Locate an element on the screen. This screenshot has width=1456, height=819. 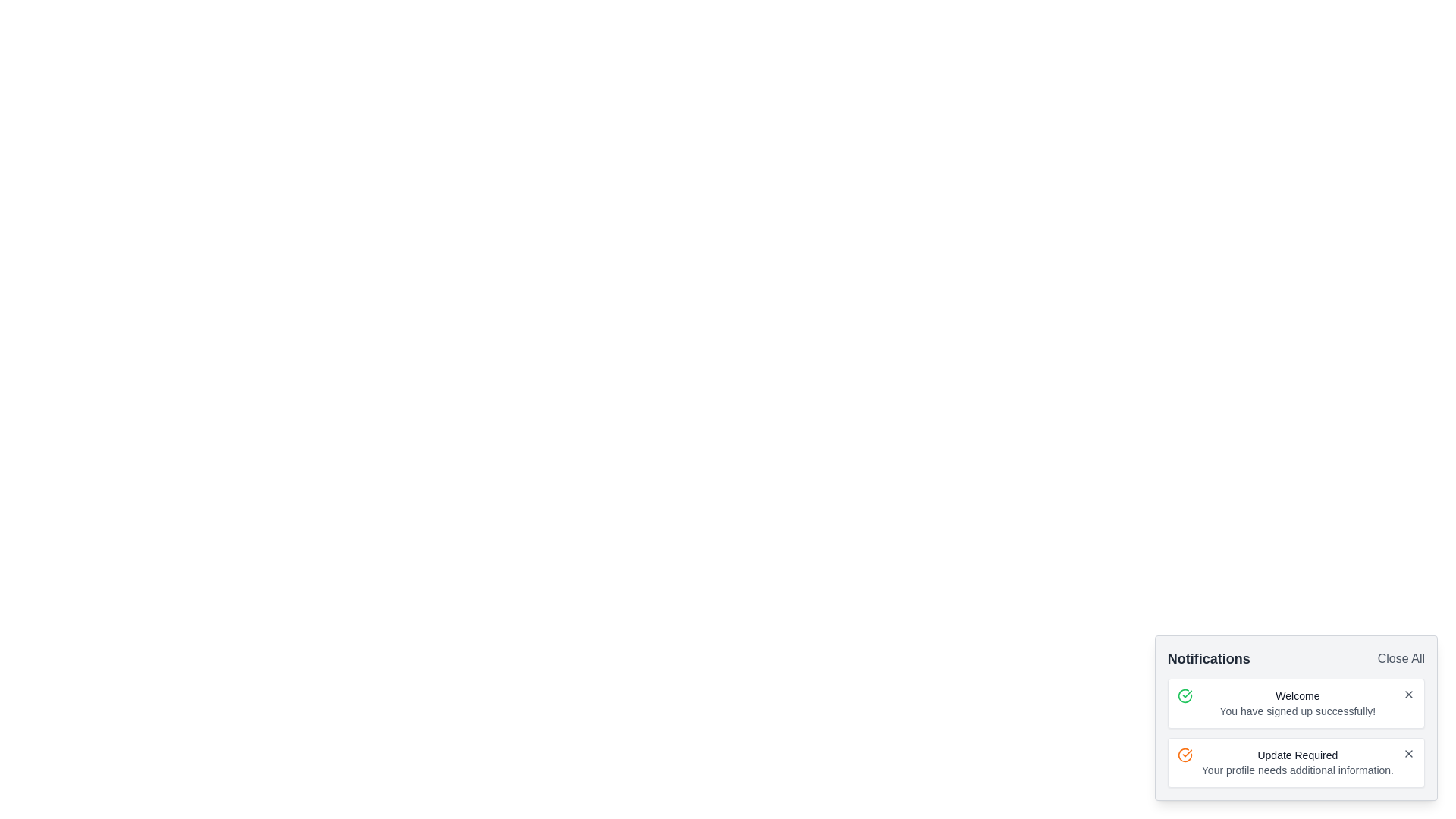
the confirmation message text located centrally below the 'Welcome' text within the notification card in the bottom-right corner of the interface is located at coordinates (1297, 711).